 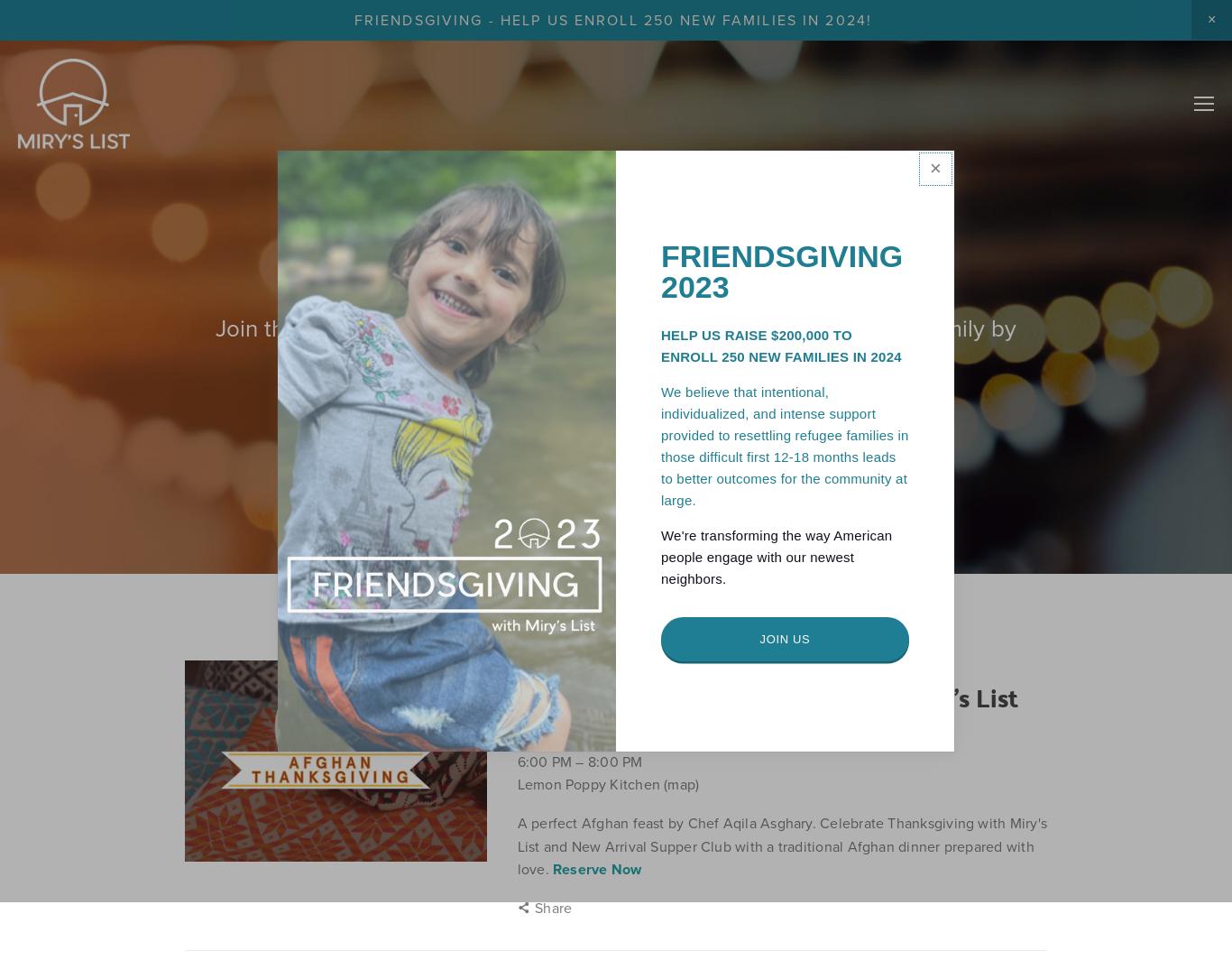 What do you see at coordinates (767, 696) in the screenshot?
I see `'2023 Afghan Friendsgiving with Miry's List'` at bounding box center [767, 696].